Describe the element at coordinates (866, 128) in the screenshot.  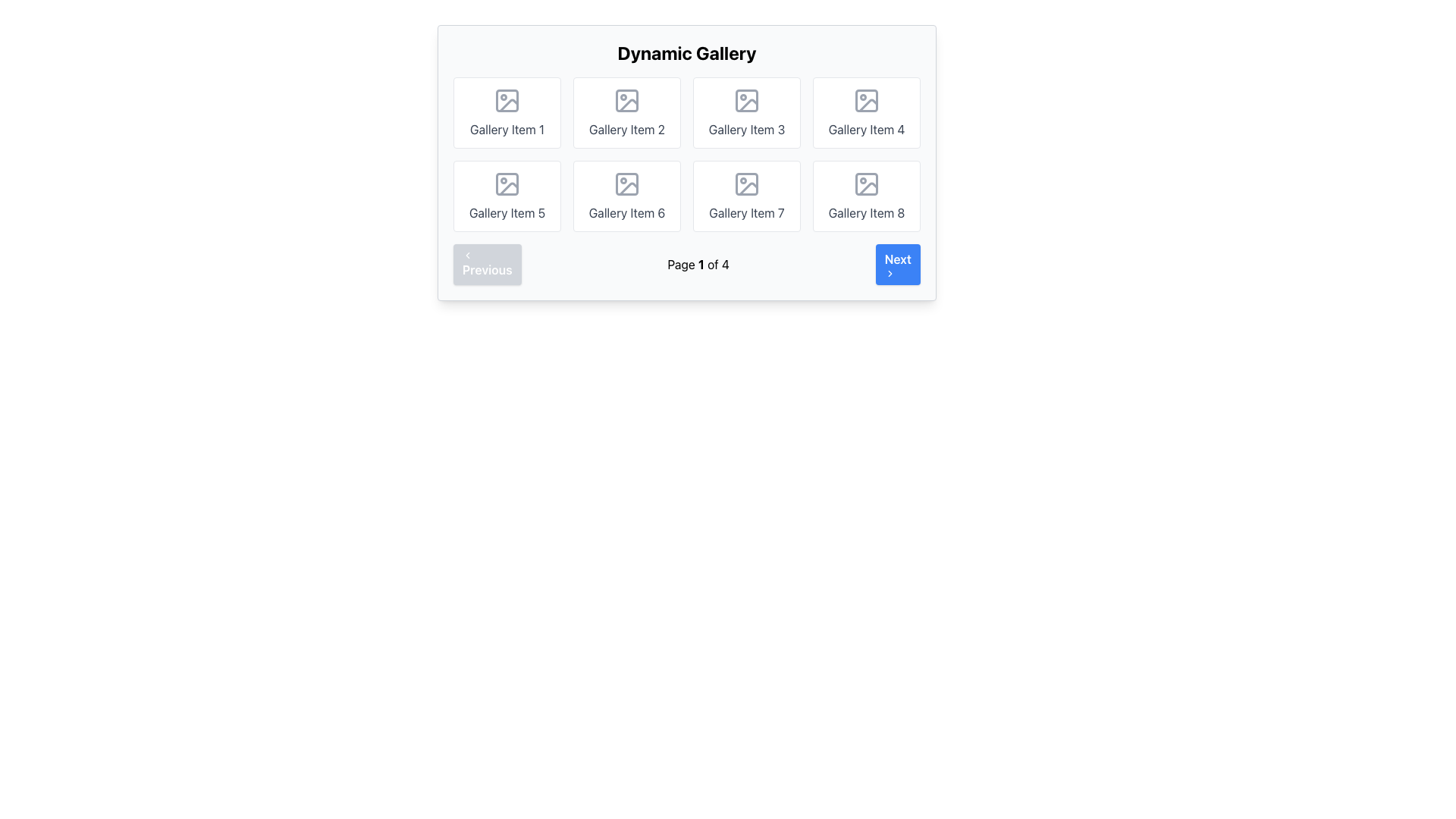
I see `the text label displaying 'Gallery Item 4', which is centered below an image icon` at that location.